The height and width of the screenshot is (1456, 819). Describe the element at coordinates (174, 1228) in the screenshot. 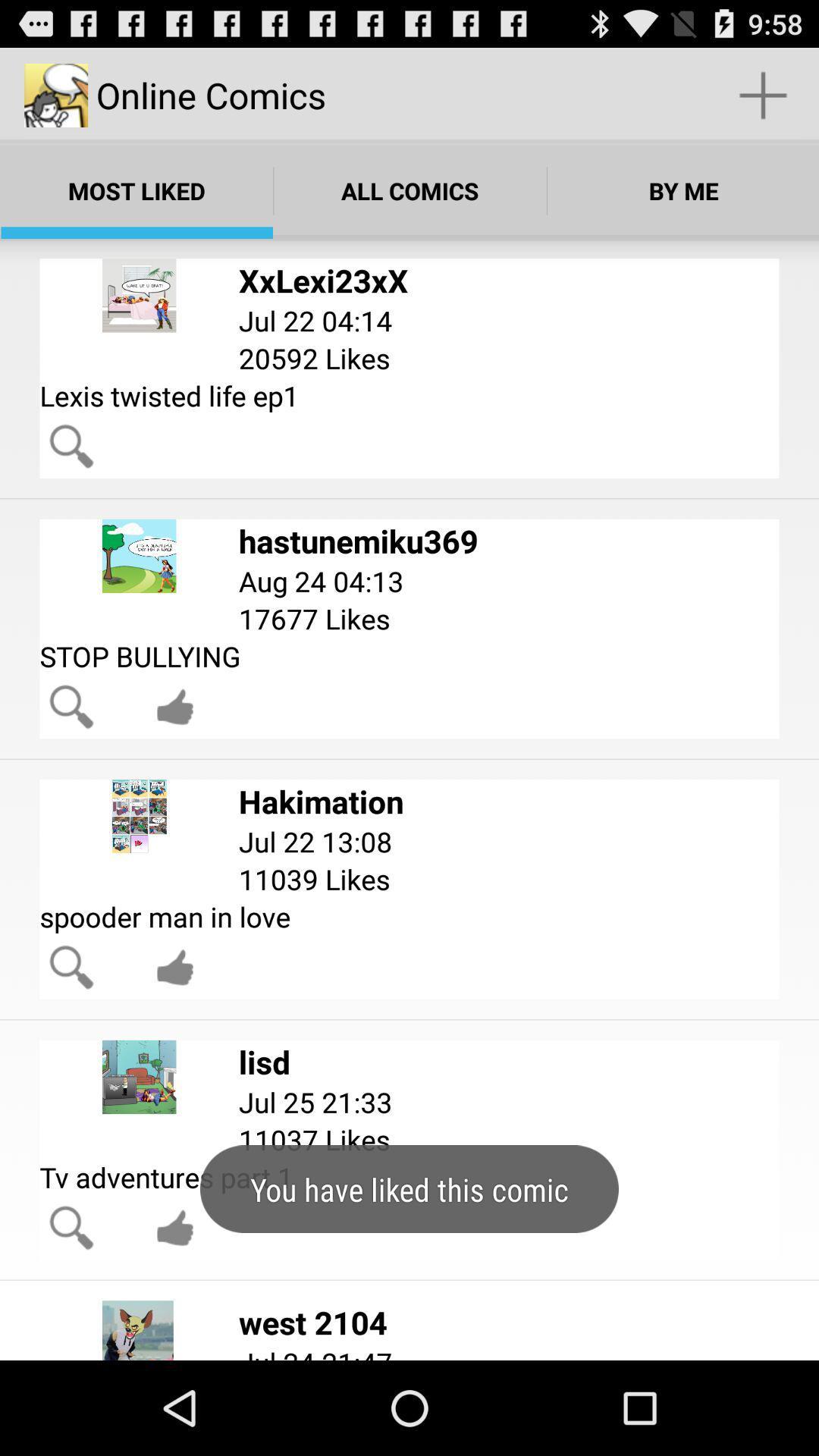

I see `creating funny meme cartoon comic anime and manga` at that location.